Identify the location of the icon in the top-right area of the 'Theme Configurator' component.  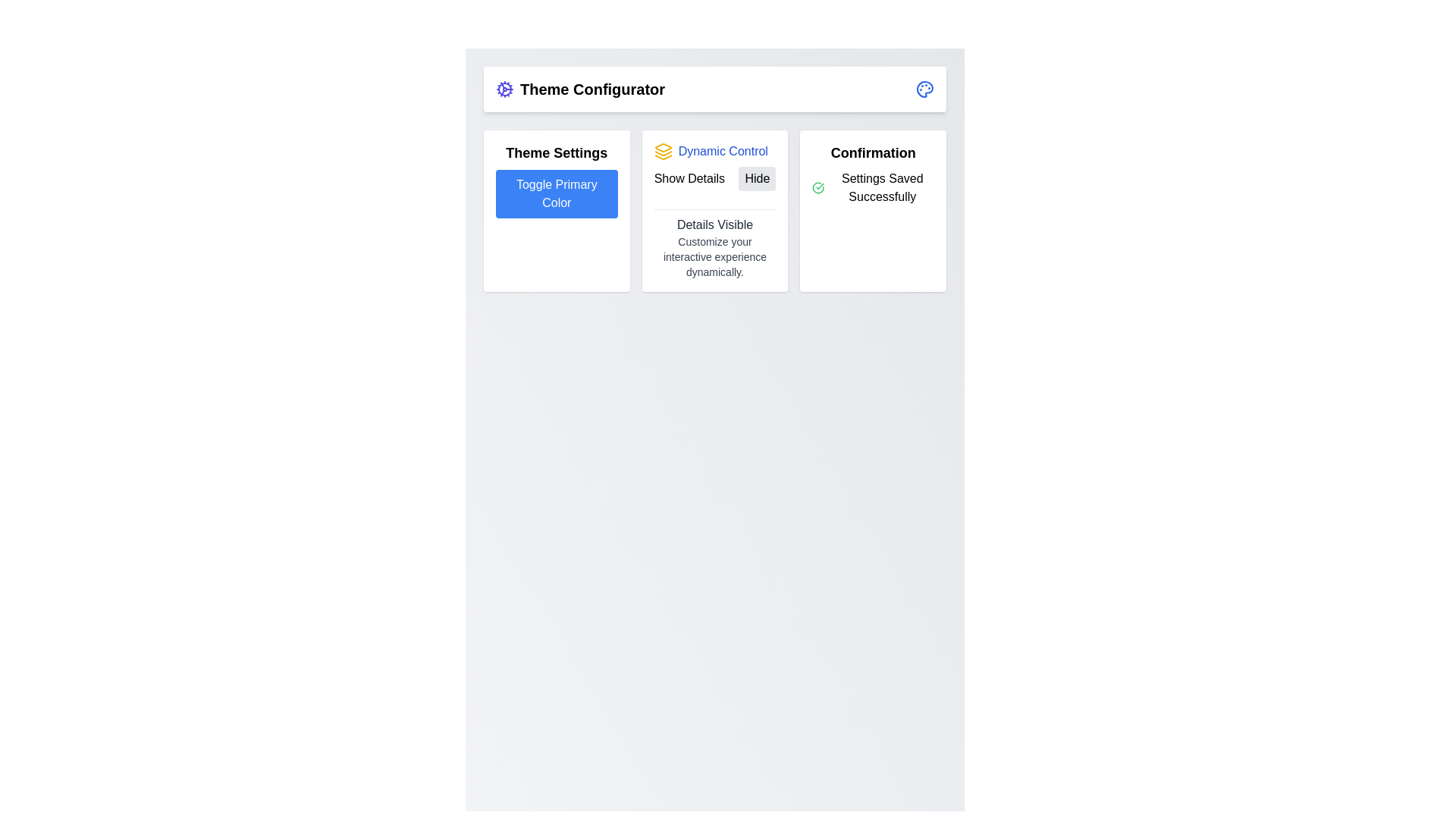
(924, 89).